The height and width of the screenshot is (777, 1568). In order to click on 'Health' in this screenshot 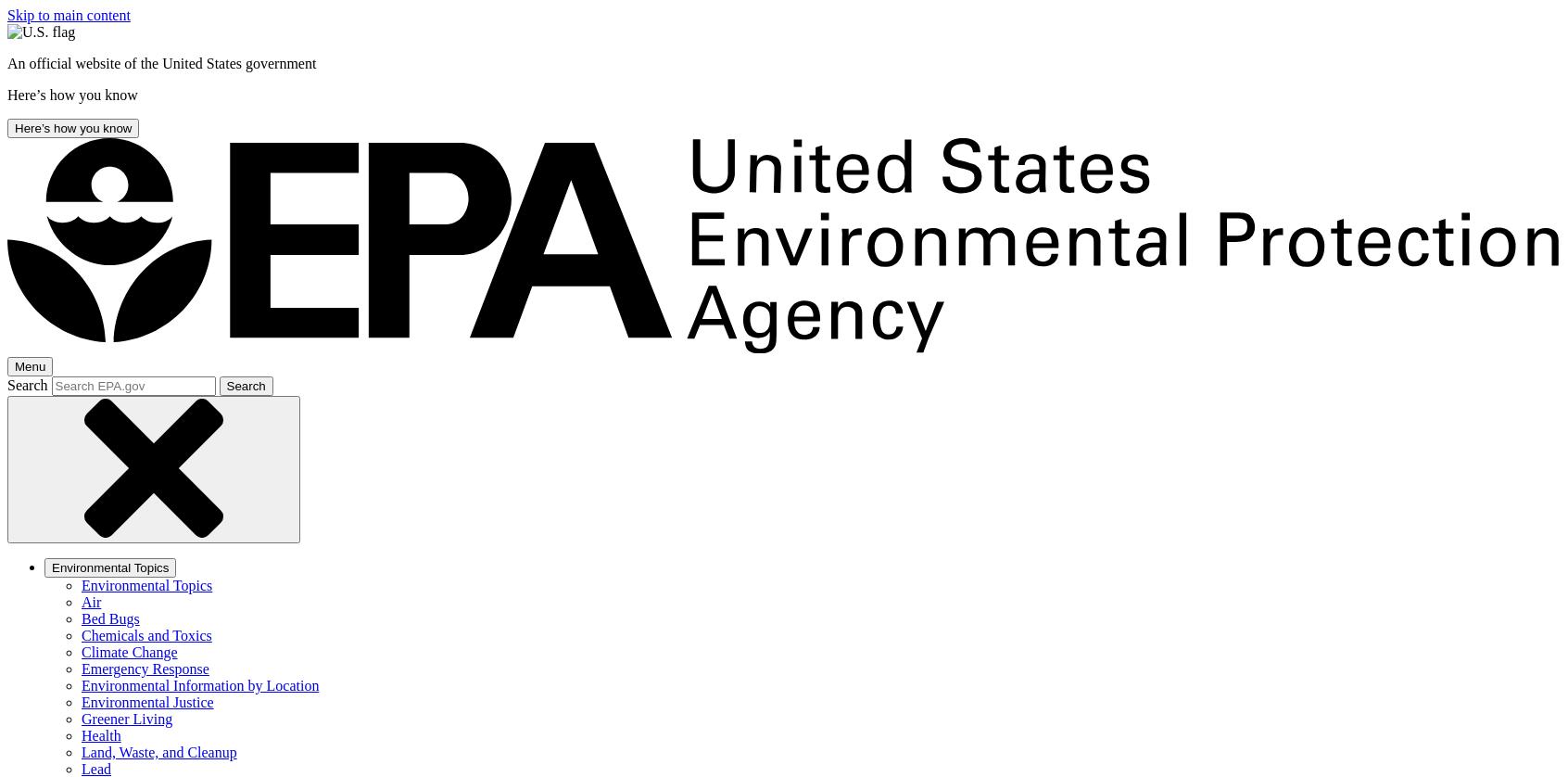, I will do `click(100, 734)`.